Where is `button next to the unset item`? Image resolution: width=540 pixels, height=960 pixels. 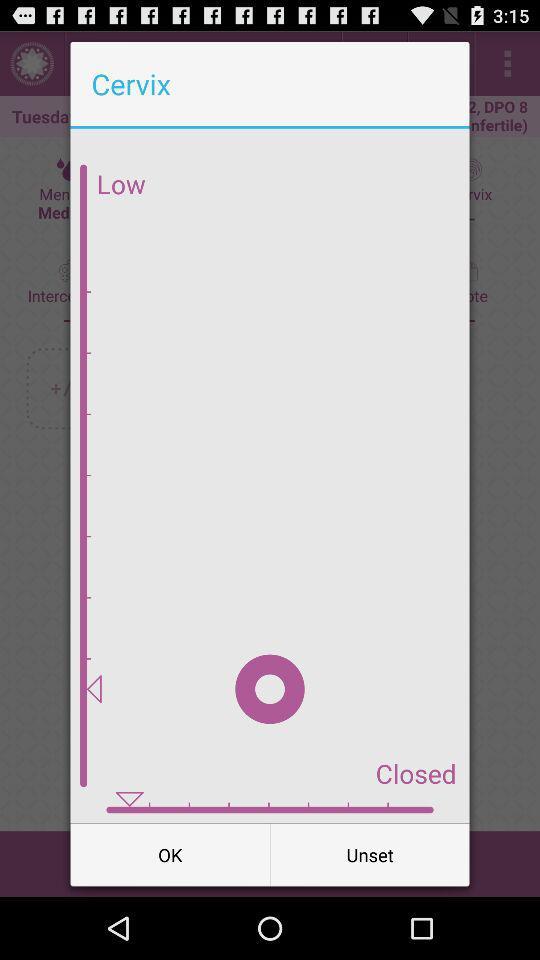 button next to the unset item is located at coordinates (170, 853).